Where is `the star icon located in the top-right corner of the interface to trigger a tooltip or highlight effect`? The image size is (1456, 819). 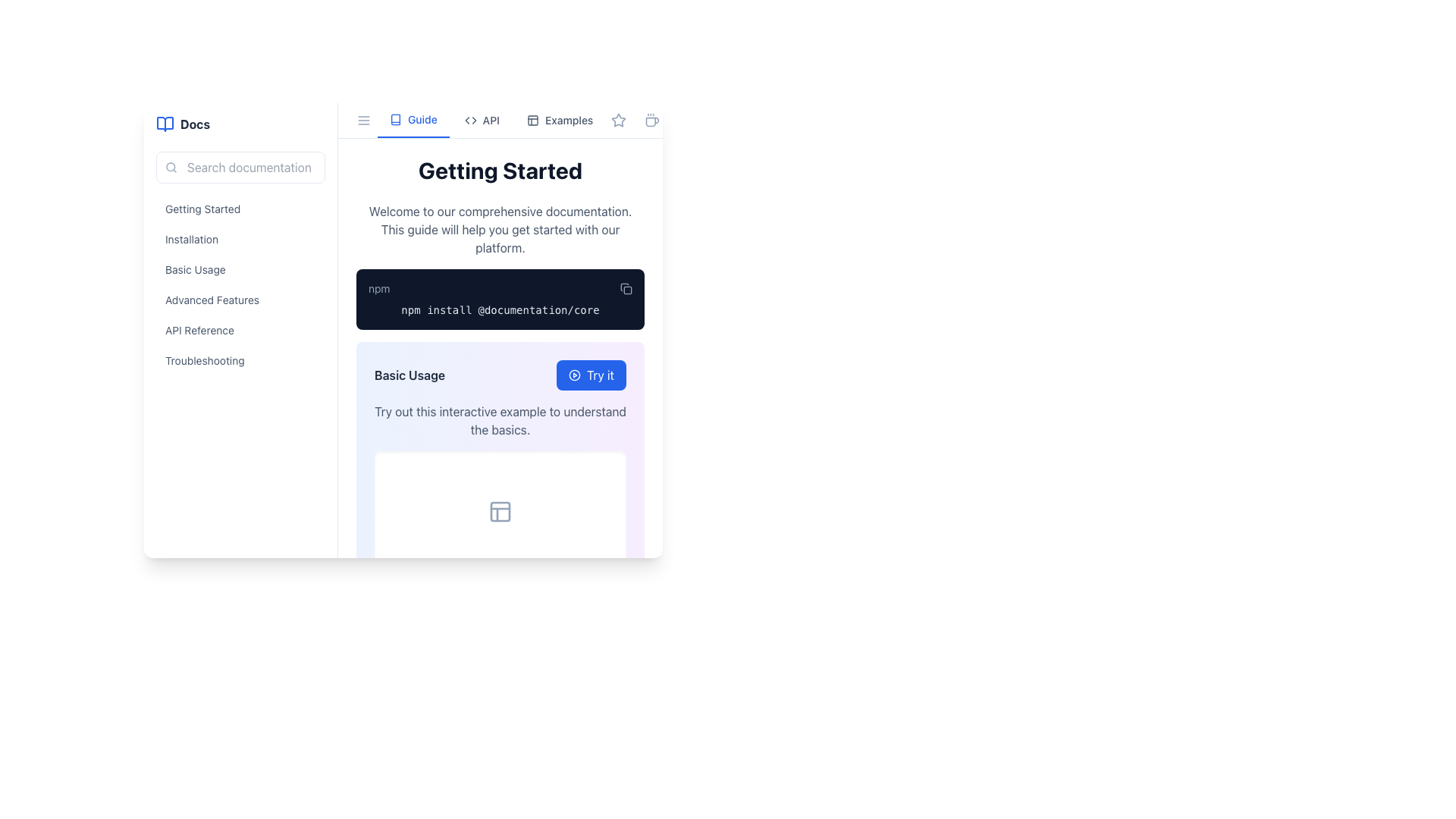 the star icon located in the top-right corner of the interface to trigger a tooltip or highlight effect is located at coordinates (619, 119).